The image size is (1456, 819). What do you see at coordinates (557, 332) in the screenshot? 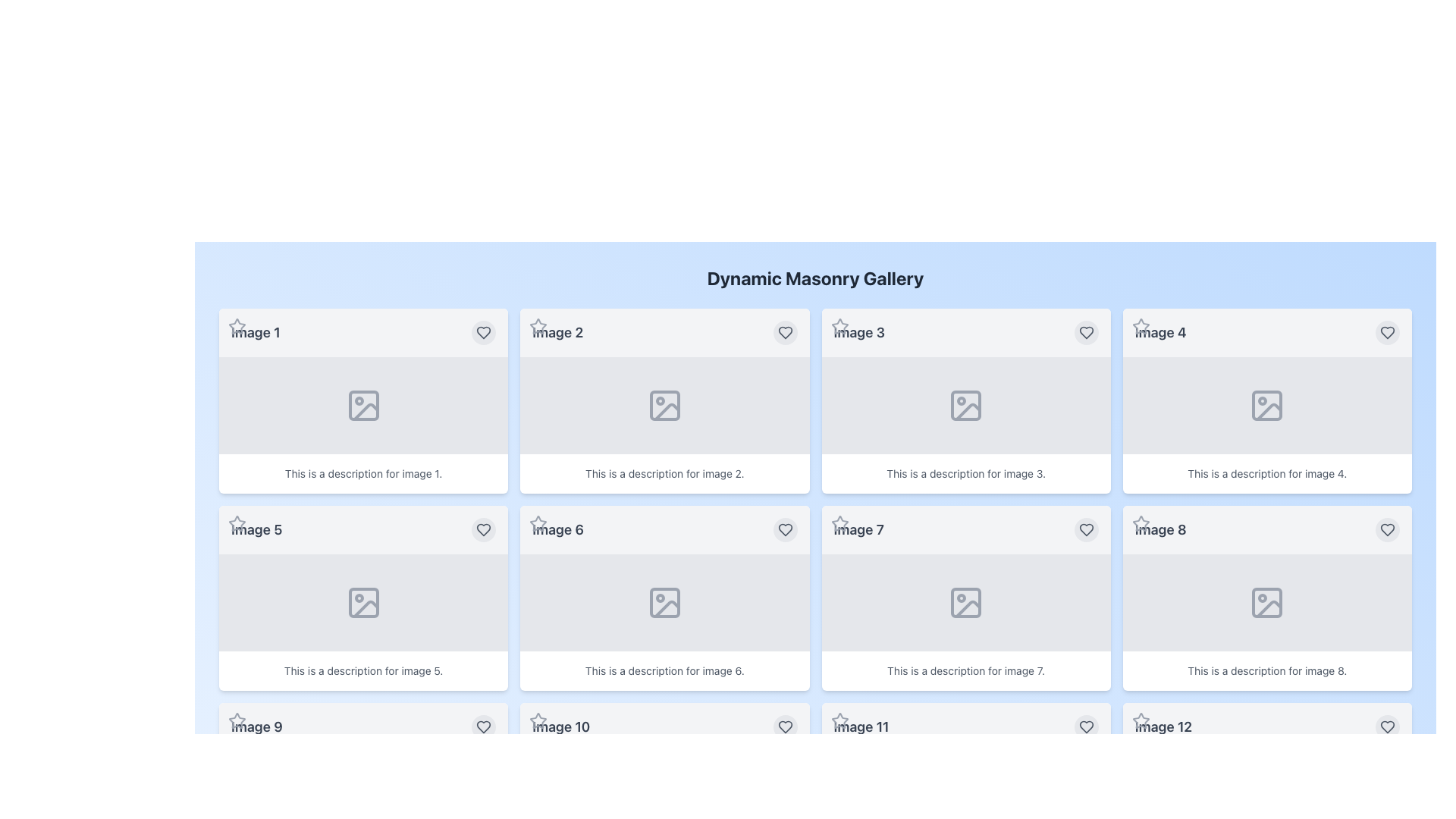
I see `the image card containing the text label located in the first row, second card from the left by clicking on it` at bounding box center [557, 332].